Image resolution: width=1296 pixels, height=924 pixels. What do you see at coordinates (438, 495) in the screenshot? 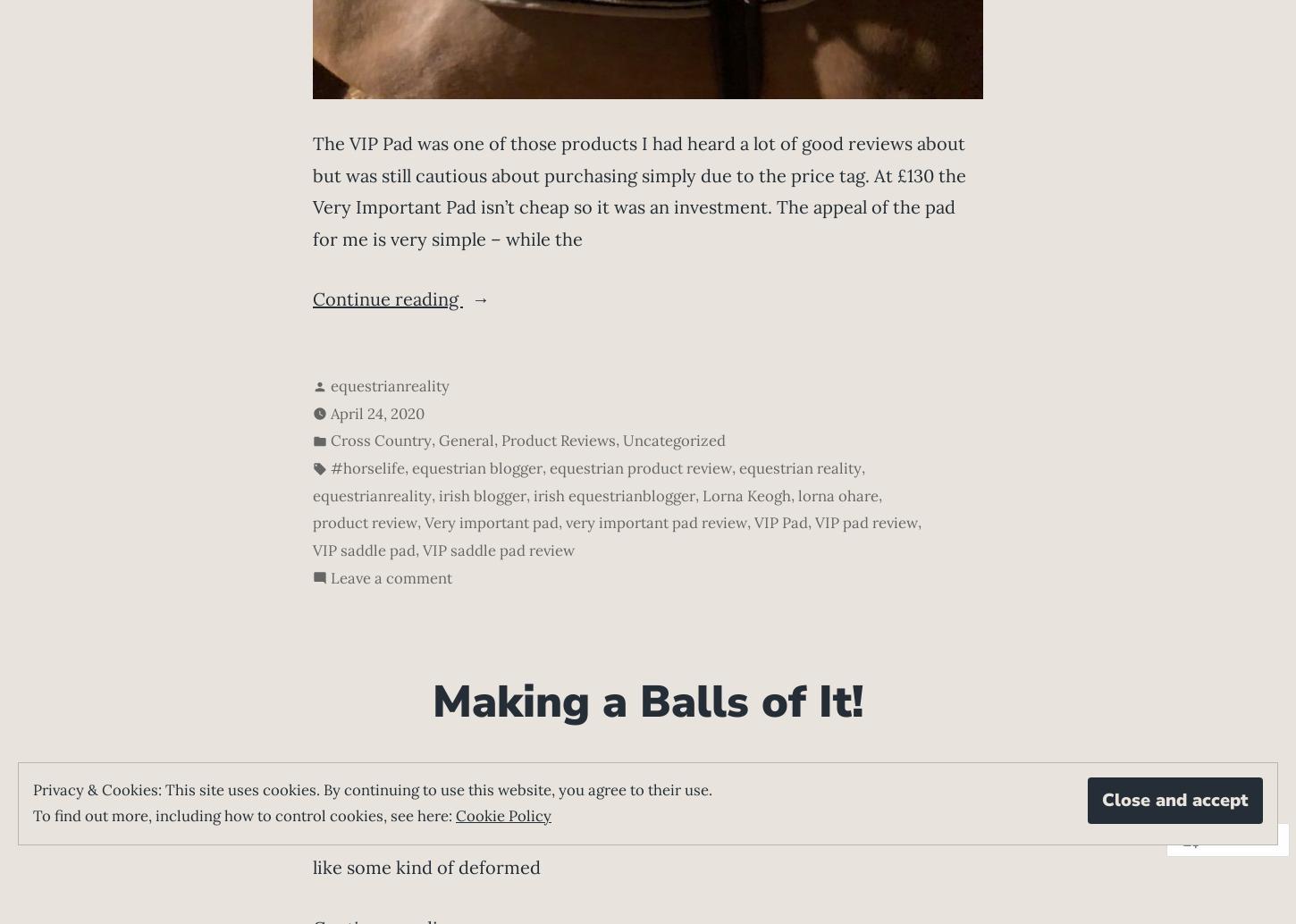
I see `'irish blogger'` at bounding box center [438, 495].